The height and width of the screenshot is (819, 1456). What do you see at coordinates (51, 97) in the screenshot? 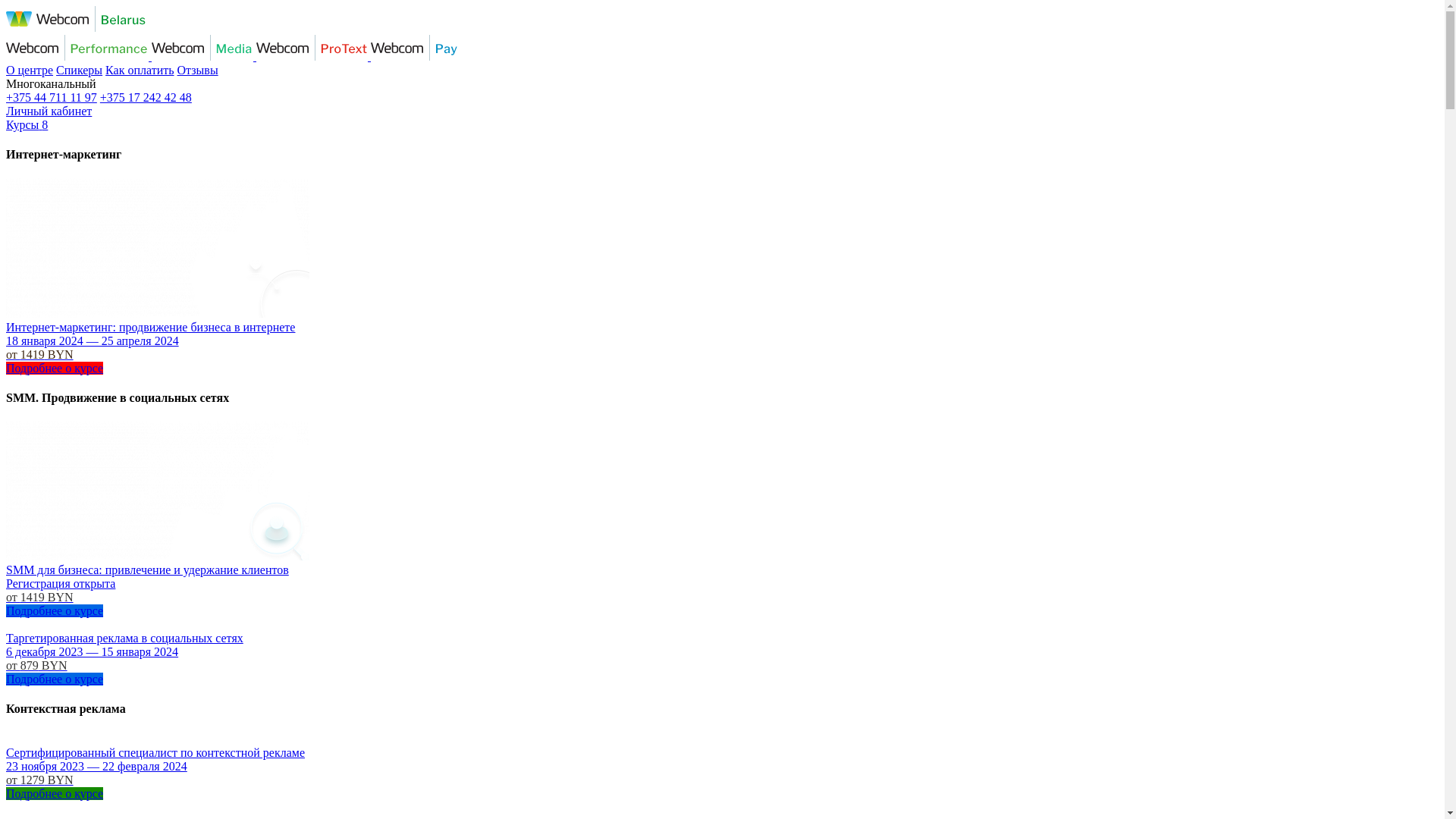
I see `'+375 44 711 11 97'` at bounding box center [51, 97].